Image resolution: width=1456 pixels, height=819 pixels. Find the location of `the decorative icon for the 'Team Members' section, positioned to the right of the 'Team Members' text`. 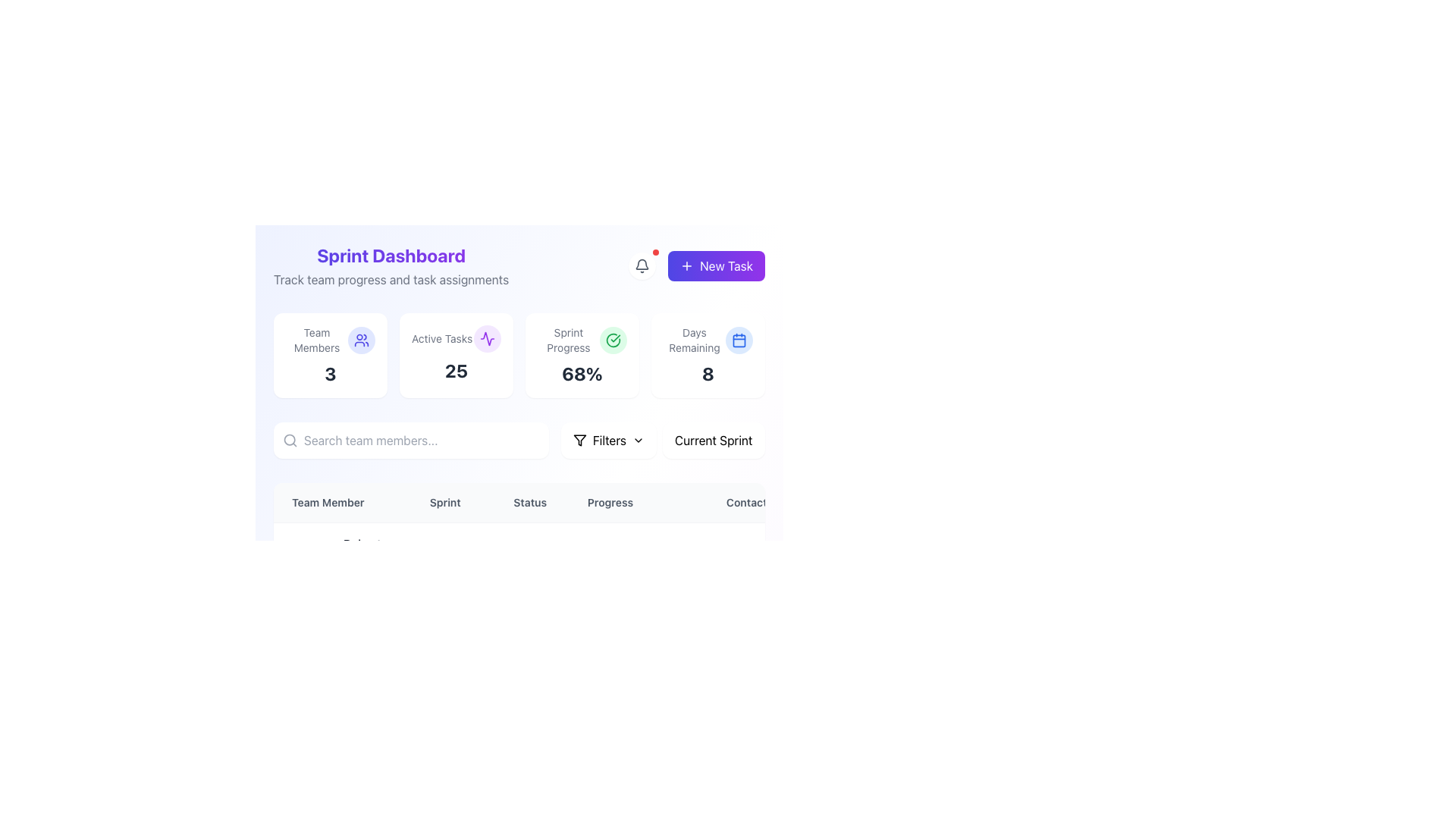

the decorative icon for the 'Team Members' section, positioned to the right of the 'Team Members' text is located at coordinates (360, 339).